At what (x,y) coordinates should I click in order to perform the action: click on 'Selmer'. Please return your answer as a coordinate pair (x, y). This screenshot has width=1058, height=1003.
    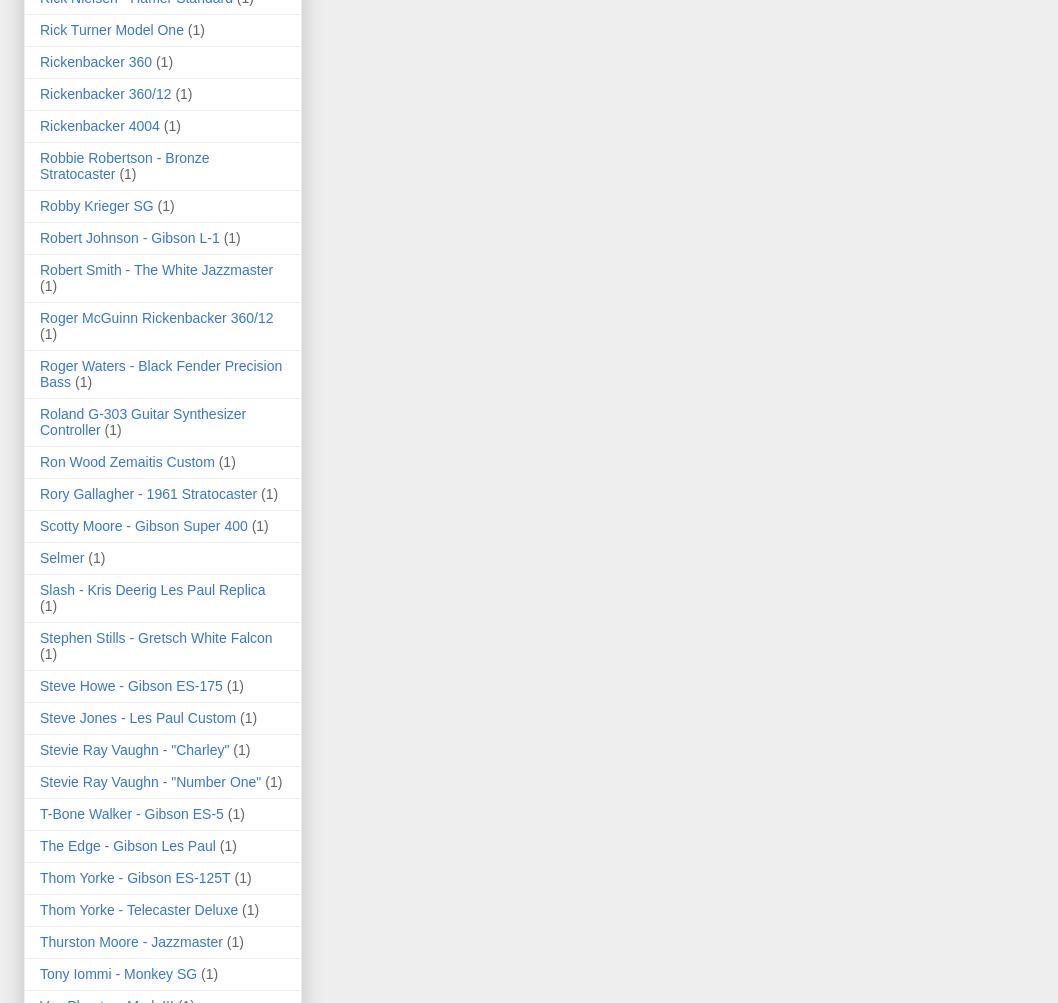
    Looking at the image, I should click on (39, 555).